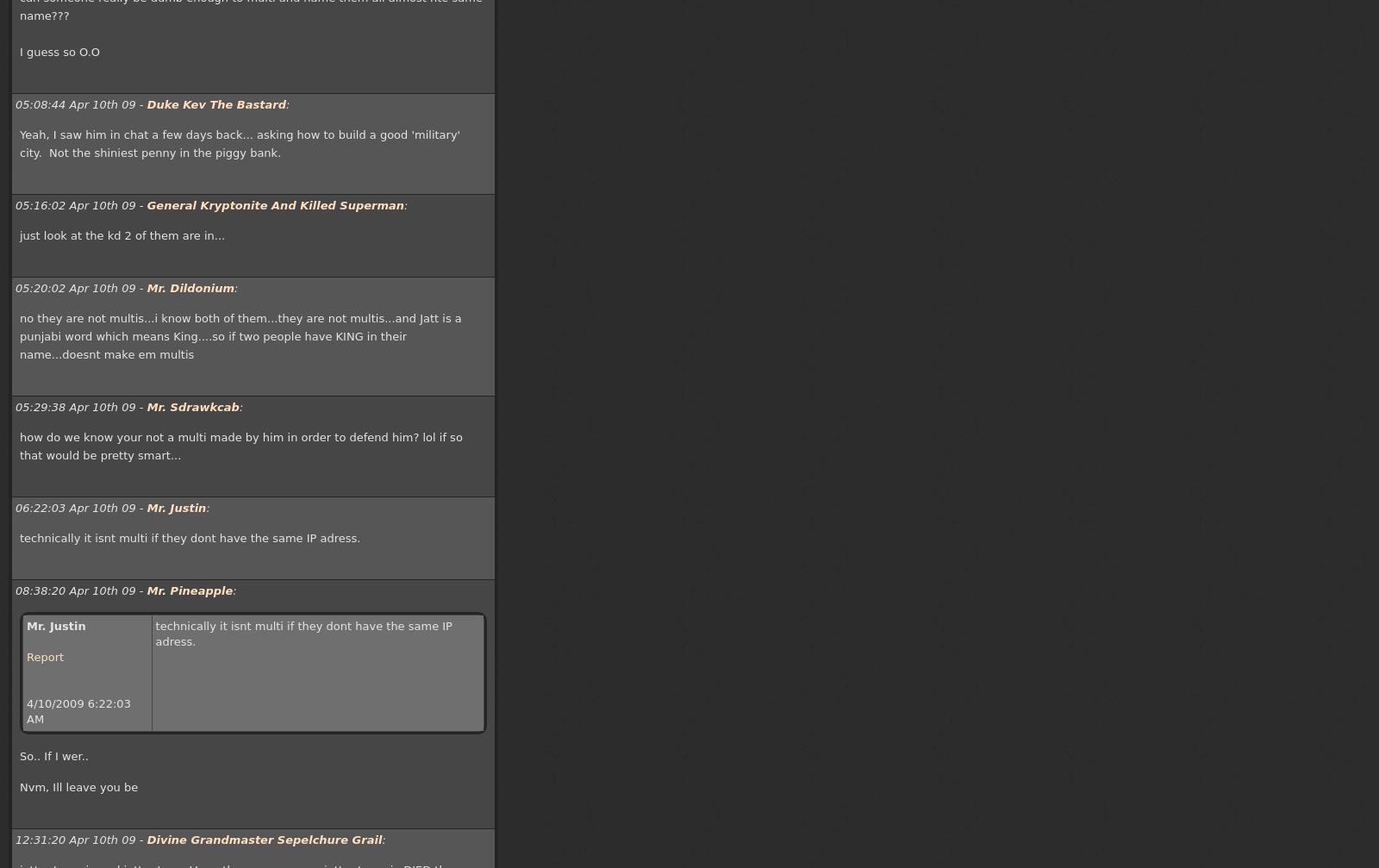 The width and height of the screenshot is (1379, 868). What do you see at coordinates (79, 288) in the screenshot?
I see `'05:20:02 Apr 10th 09  -'` at bounding box center [79, 288].